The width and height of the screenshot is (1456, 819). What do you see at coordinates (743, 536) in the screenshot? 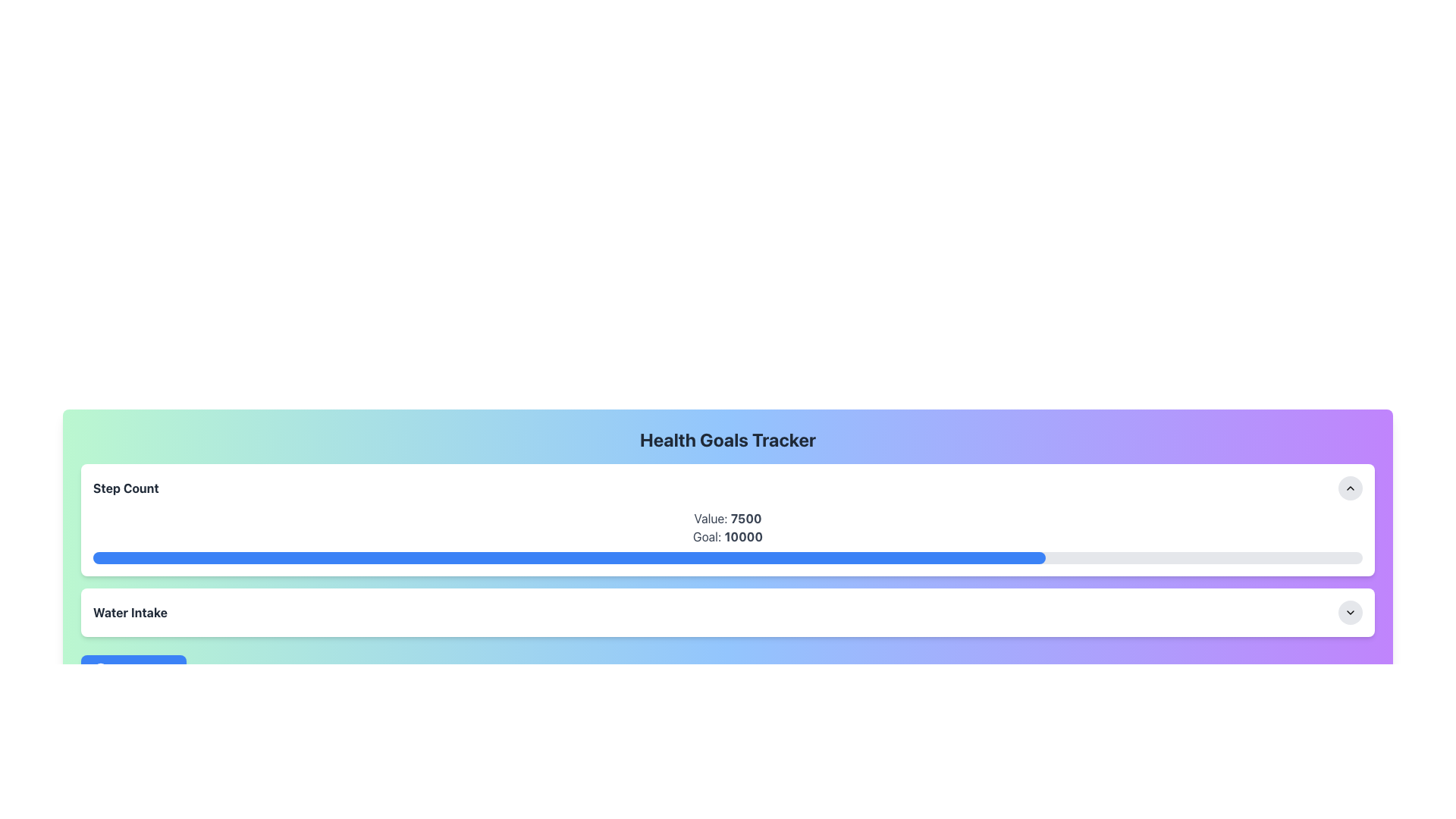
I see `the static text displaying the goal for the metric in the 'Step Count' section, which shows 'Goal: 10000'` at bounding box center [743, 536].